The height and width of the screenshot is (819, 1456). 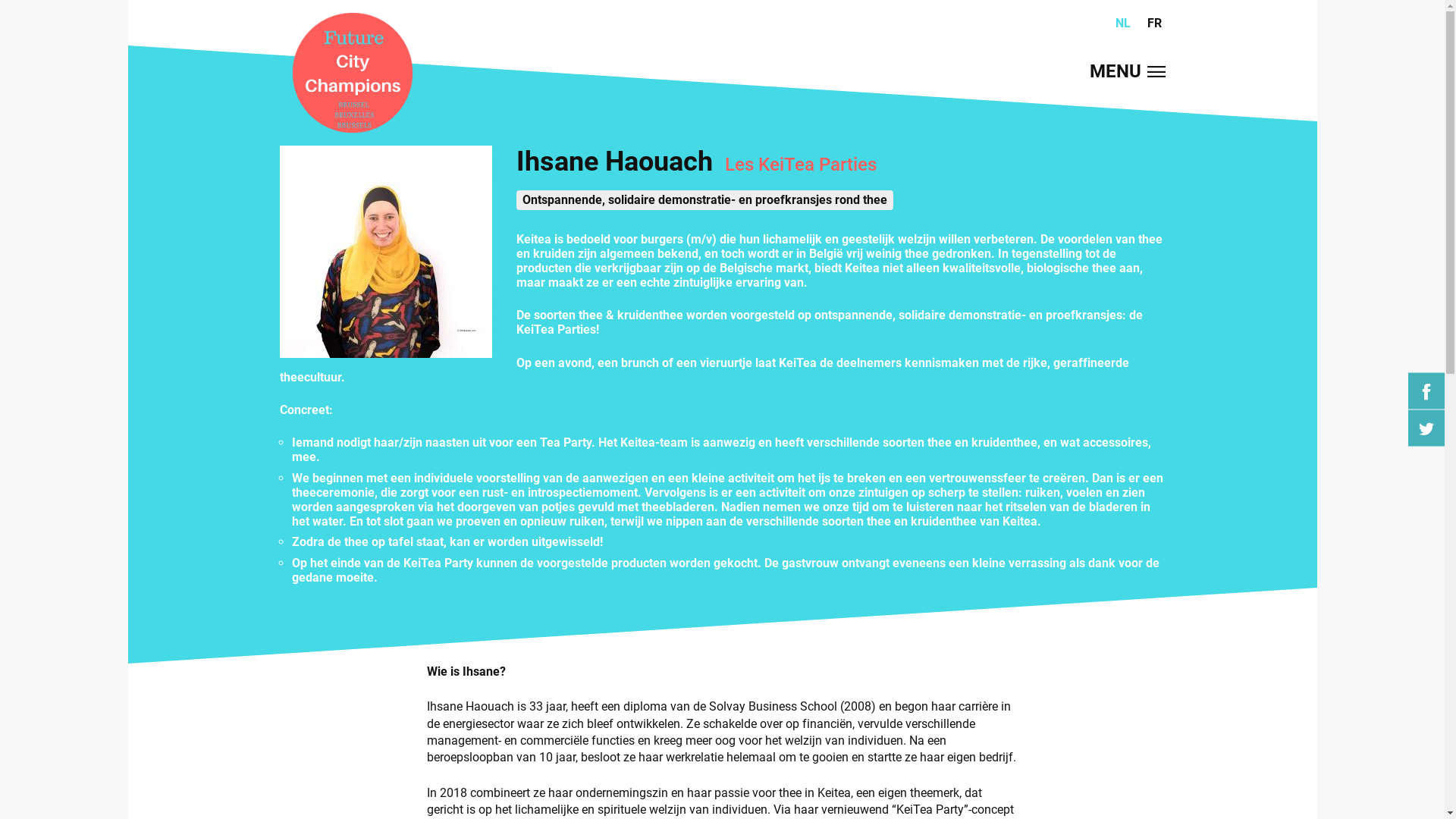 I want to click on 'facebook', so click(x=1426, y=391).